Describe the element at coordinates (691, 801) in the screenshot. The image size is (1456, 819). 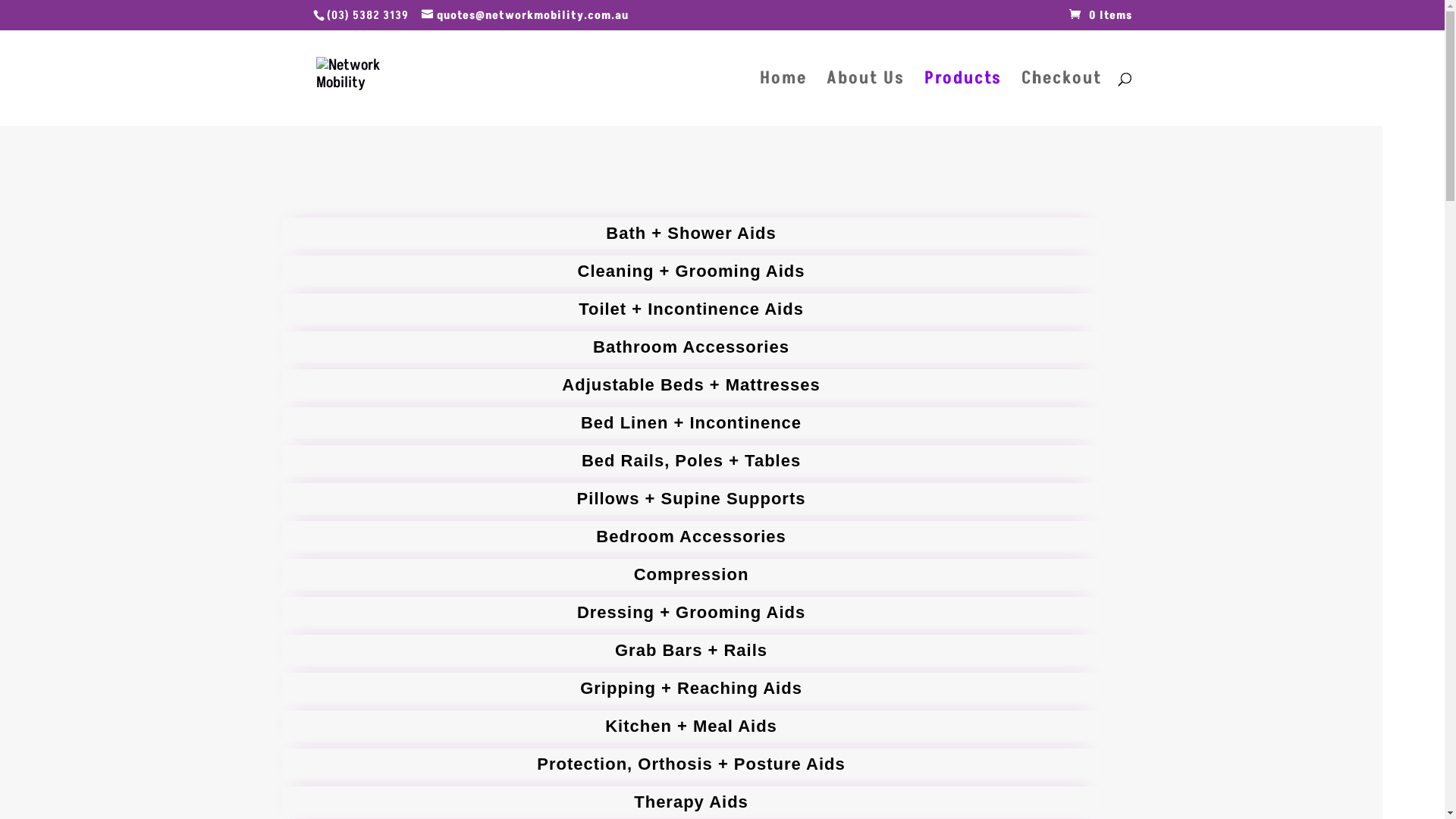
I see `'Therapy Aids'` at that location.